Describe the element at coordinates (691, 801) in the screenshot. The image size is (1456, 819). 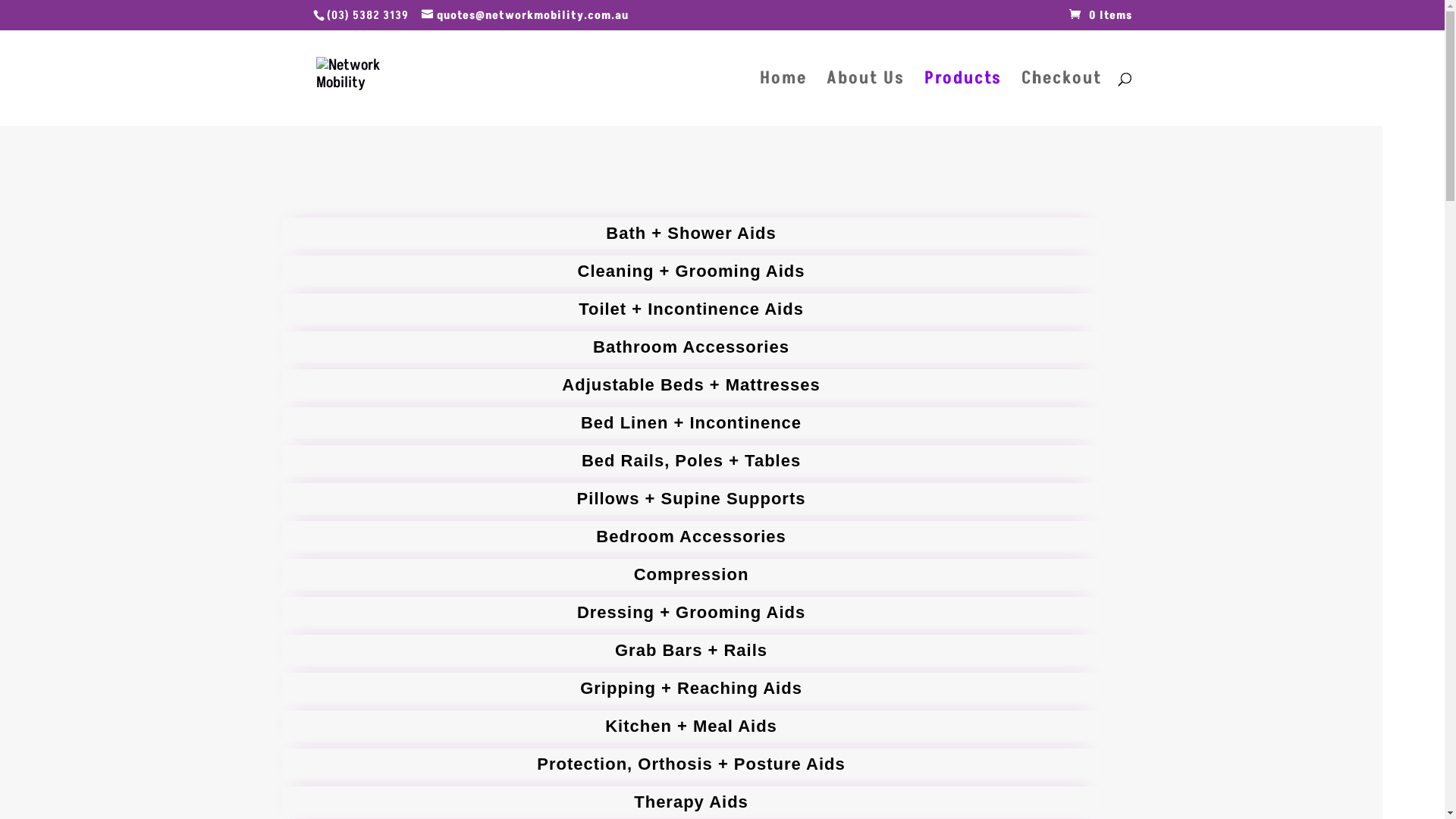
I see `'Therapy Aids'` at that location.